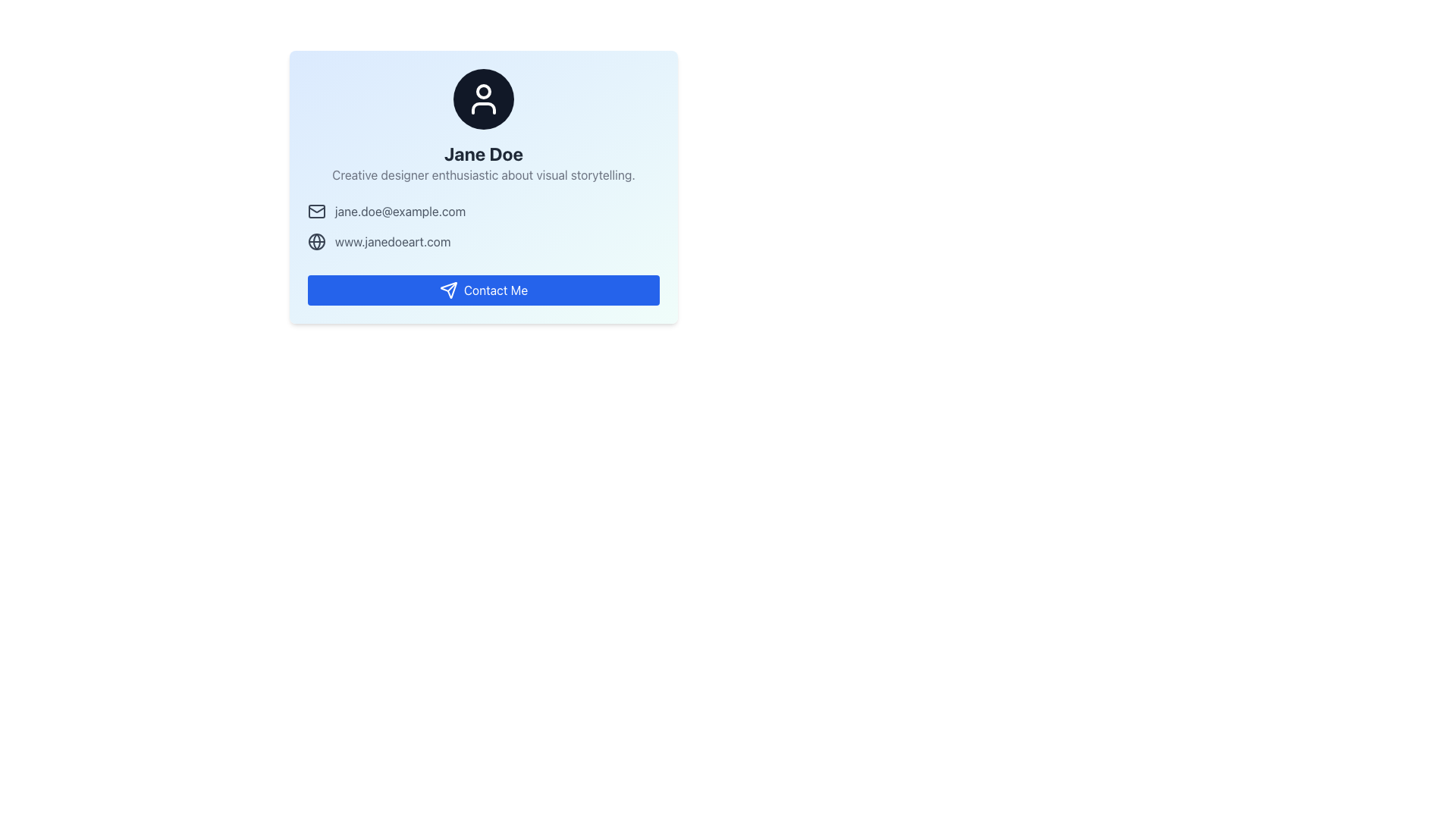 The image size is (1456, 819). Describe the element at coordinates (315, 211) in the screenshot. I see `the design of the small gray-colored mail icon representing an envelope located to the left of the email text 'jane.doe@example.com'` at that location.